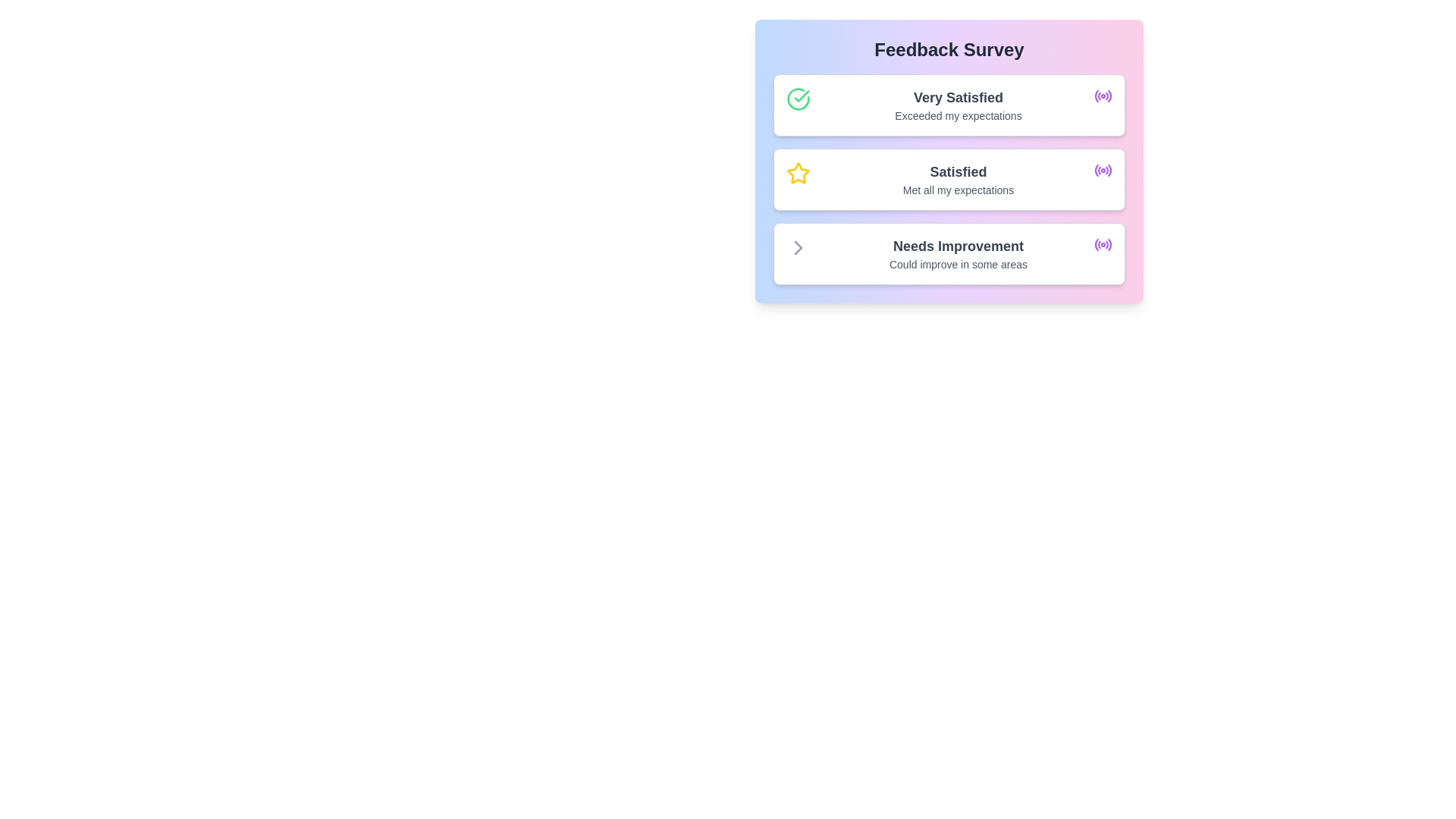  Describe the element at coordinates (949, 178) in the screenshot. I see `the 'Satisfied' Selectable Card` at that location.